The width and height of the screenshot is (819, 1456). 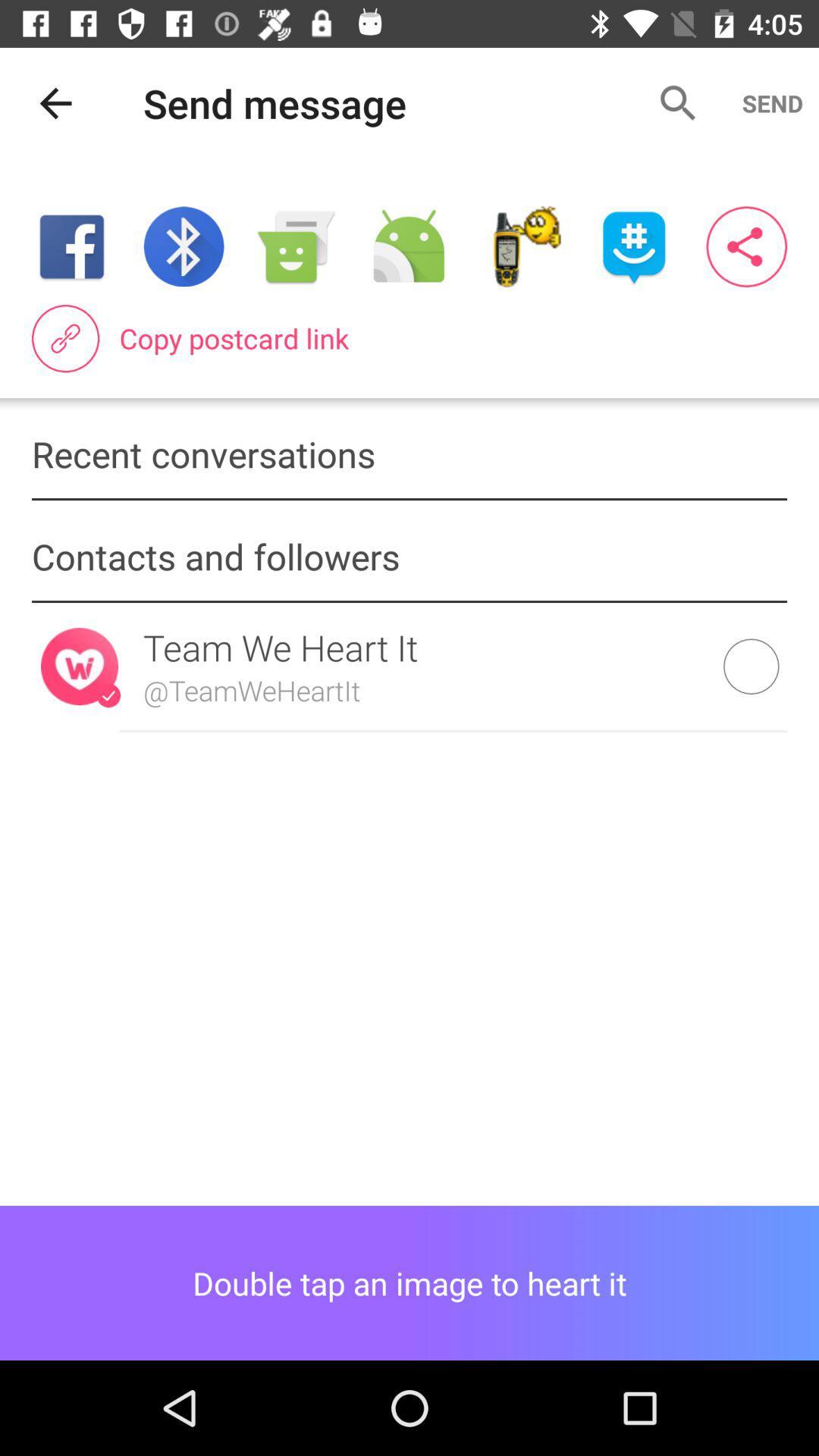 What do you see at coordinates (71, 246) in the screenshot?
I see `share through facebook option` at bounding box center [71, 246].